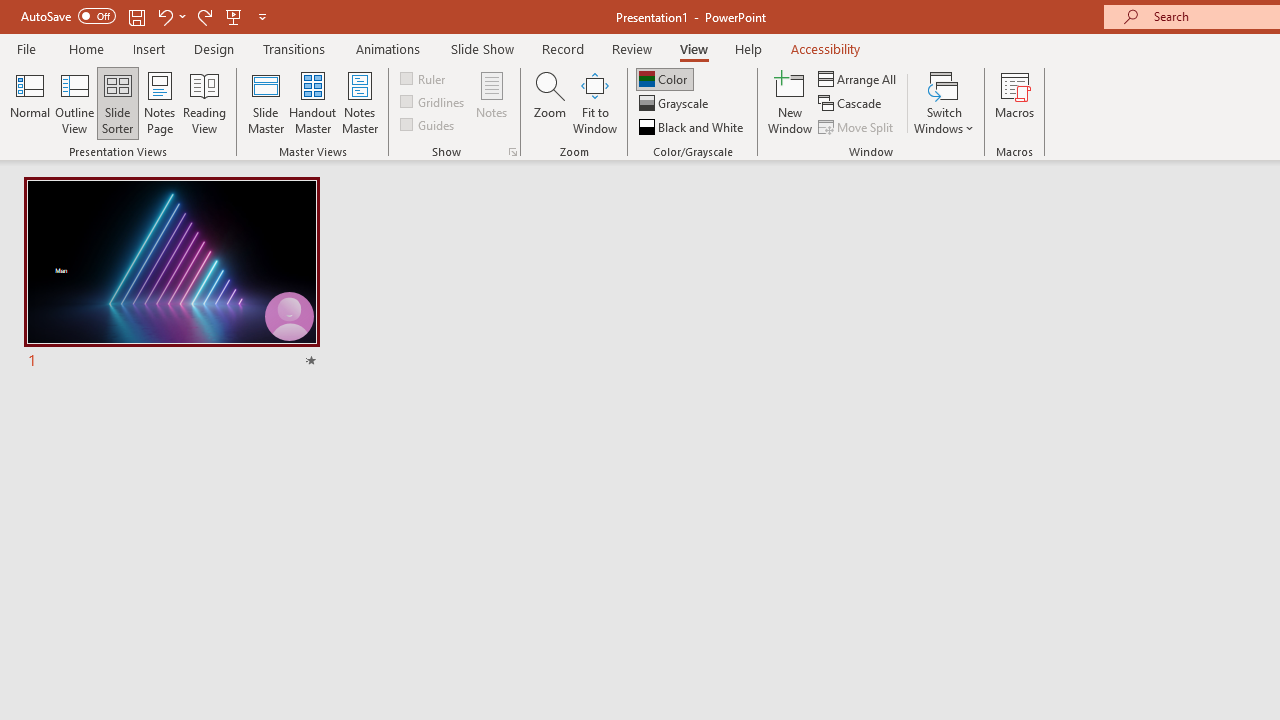 The width and height of the screenshot is (1280, 720). What do you see at coordinates (311, 103) in the screenshot?
I see `'Handout Master'` at bounding box center [311, 103].